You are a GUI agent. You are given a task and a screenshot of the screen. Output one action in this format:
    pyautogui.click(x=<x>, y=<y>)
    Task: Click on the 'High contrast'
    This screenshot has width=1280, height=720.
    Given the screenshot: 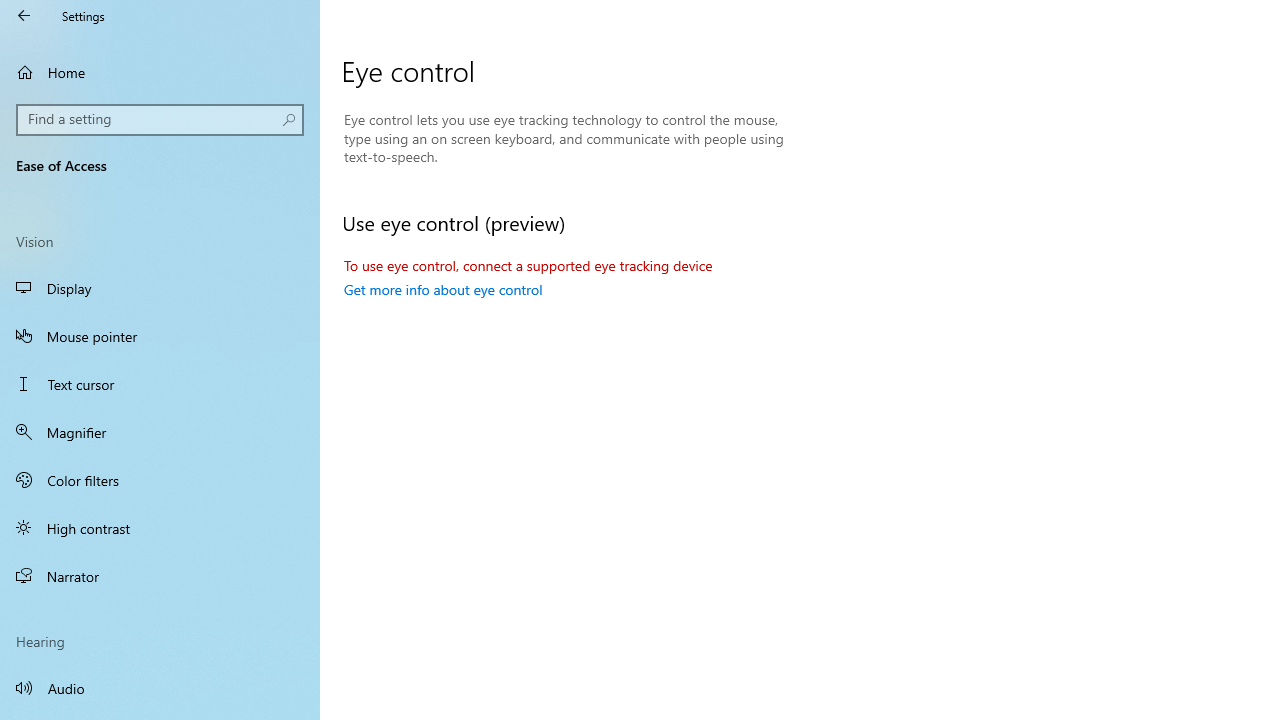 What is the action you would take?
    pyautogui.click(x=160, y=527)
    